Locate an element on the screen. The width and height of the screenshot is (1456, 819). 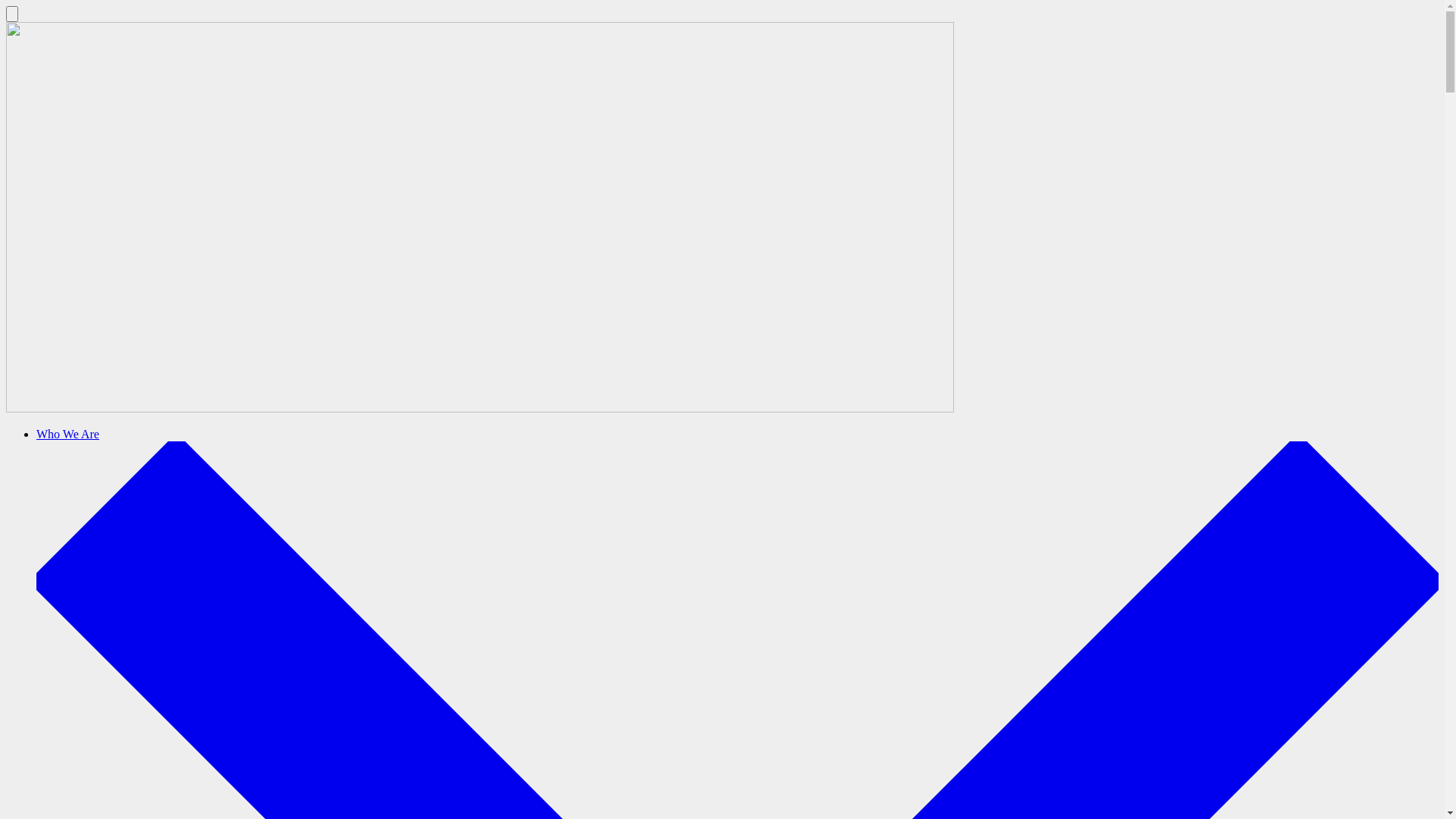
'Skip to content' is located at coordinates (5, 5).